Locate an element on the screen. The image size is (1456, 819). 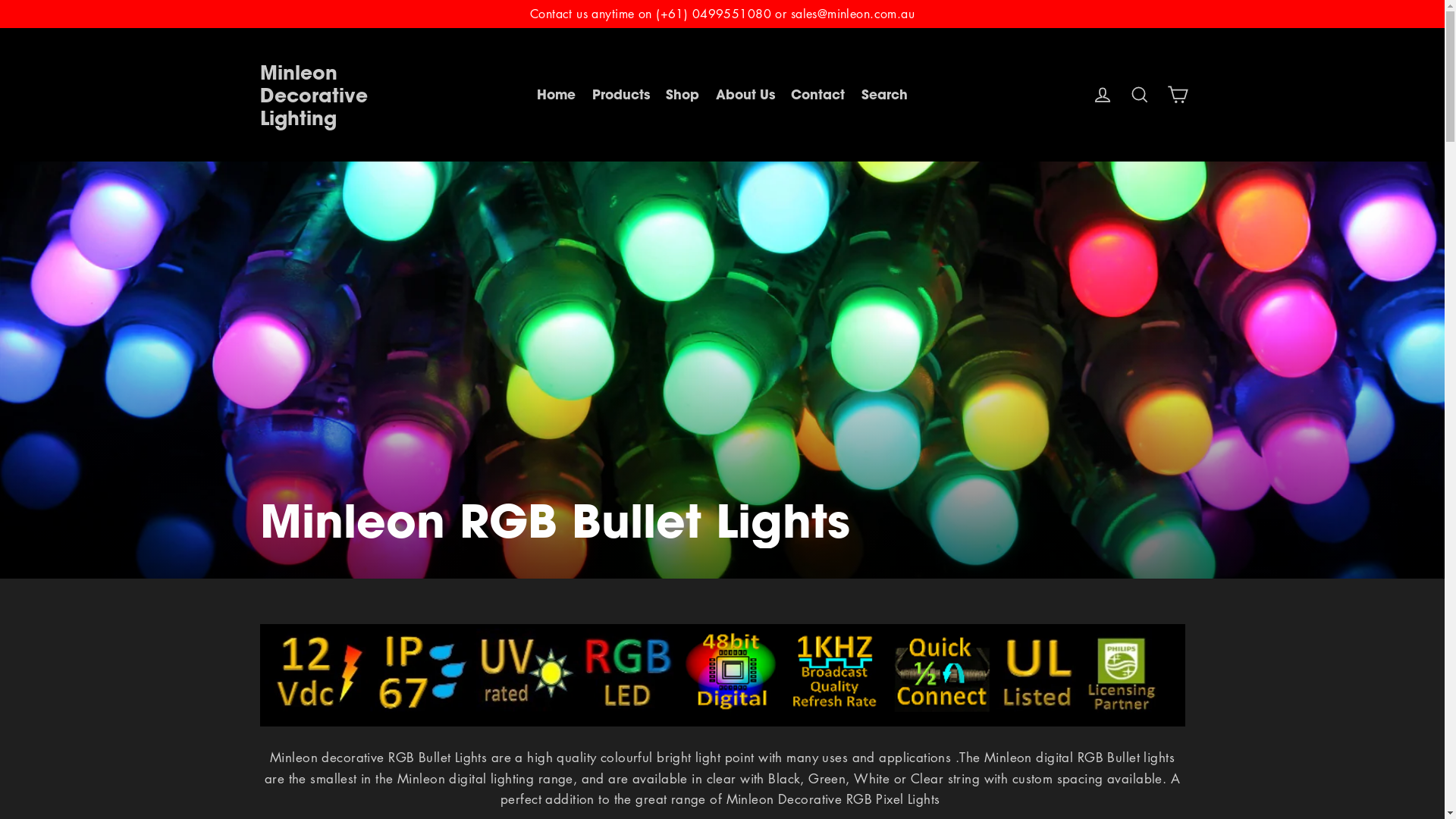
'Log in' is located at coordinates (1103, 94).